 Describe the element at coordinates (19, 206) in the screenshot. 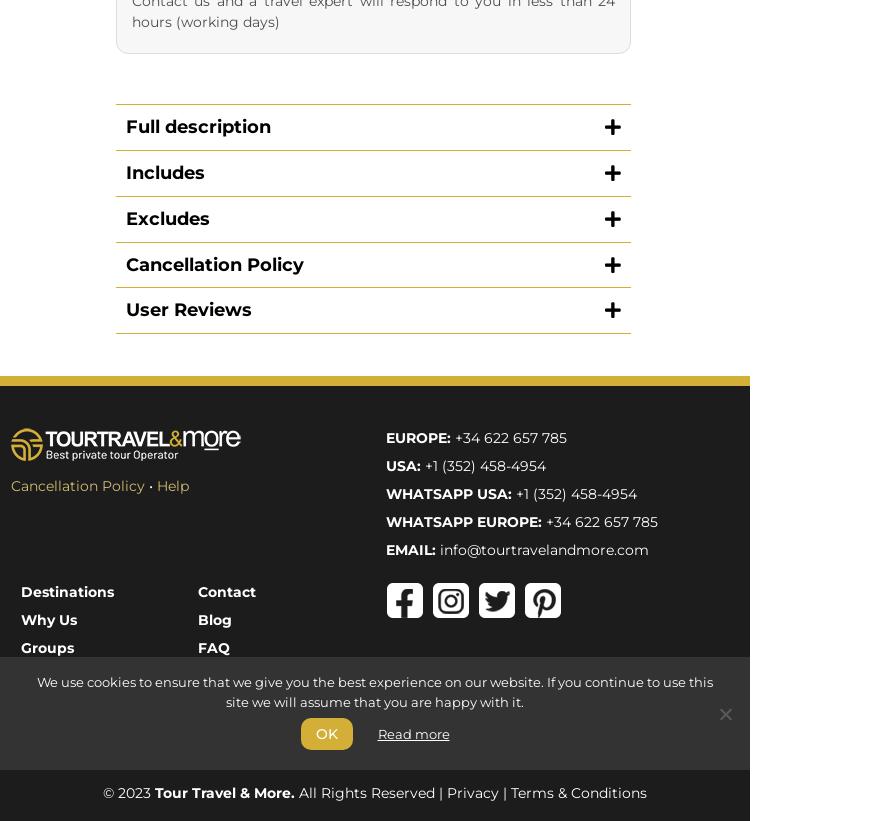

I see `'Why Us'` at that location.